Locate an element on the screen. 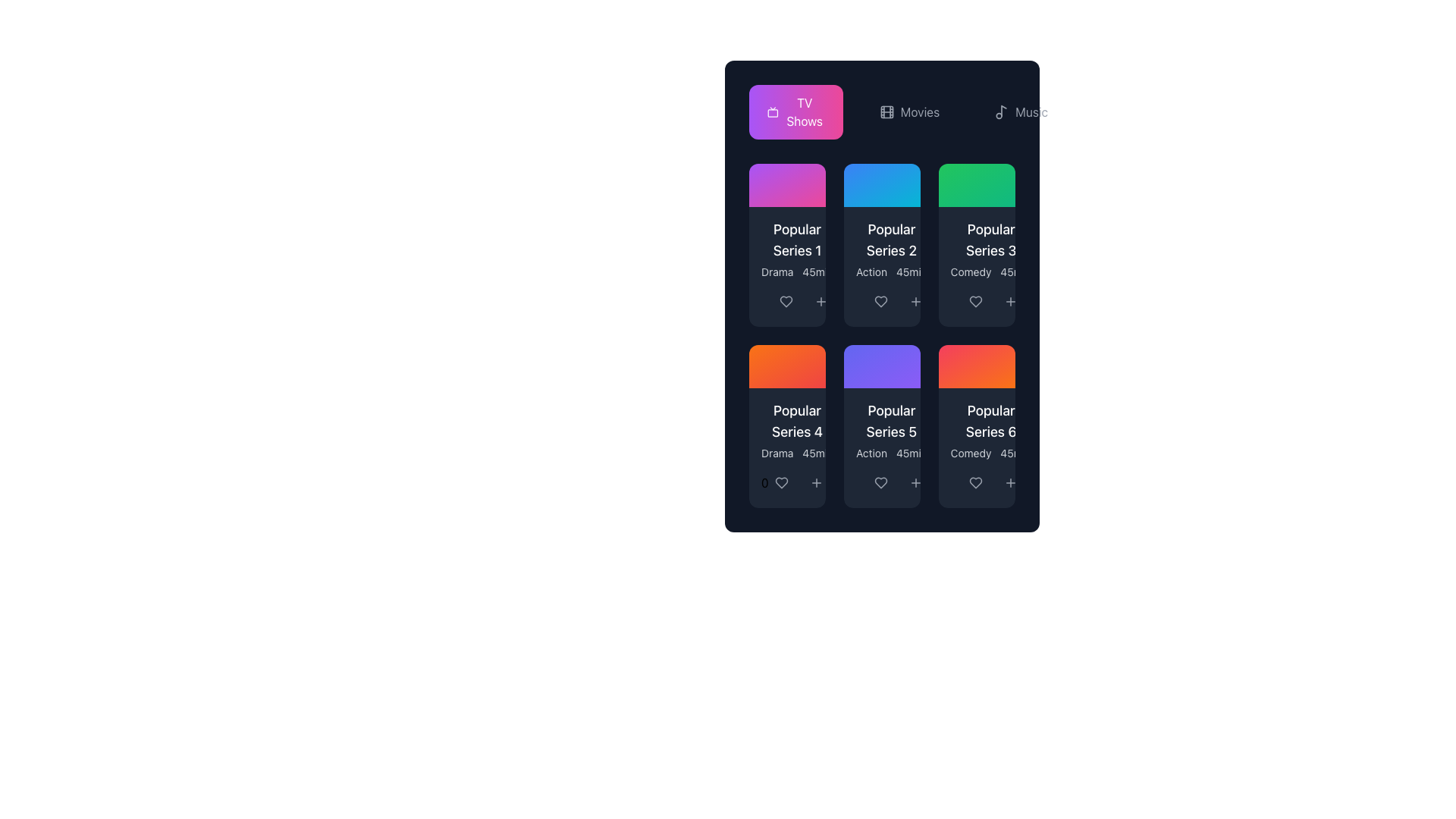 The width and height of the screenshot is (1456, 819). the content associated with the decorative header or background of the card that is located above the 'Popular Series 1' card in the 'TV Shows' section is located at coordinates (787, 184).